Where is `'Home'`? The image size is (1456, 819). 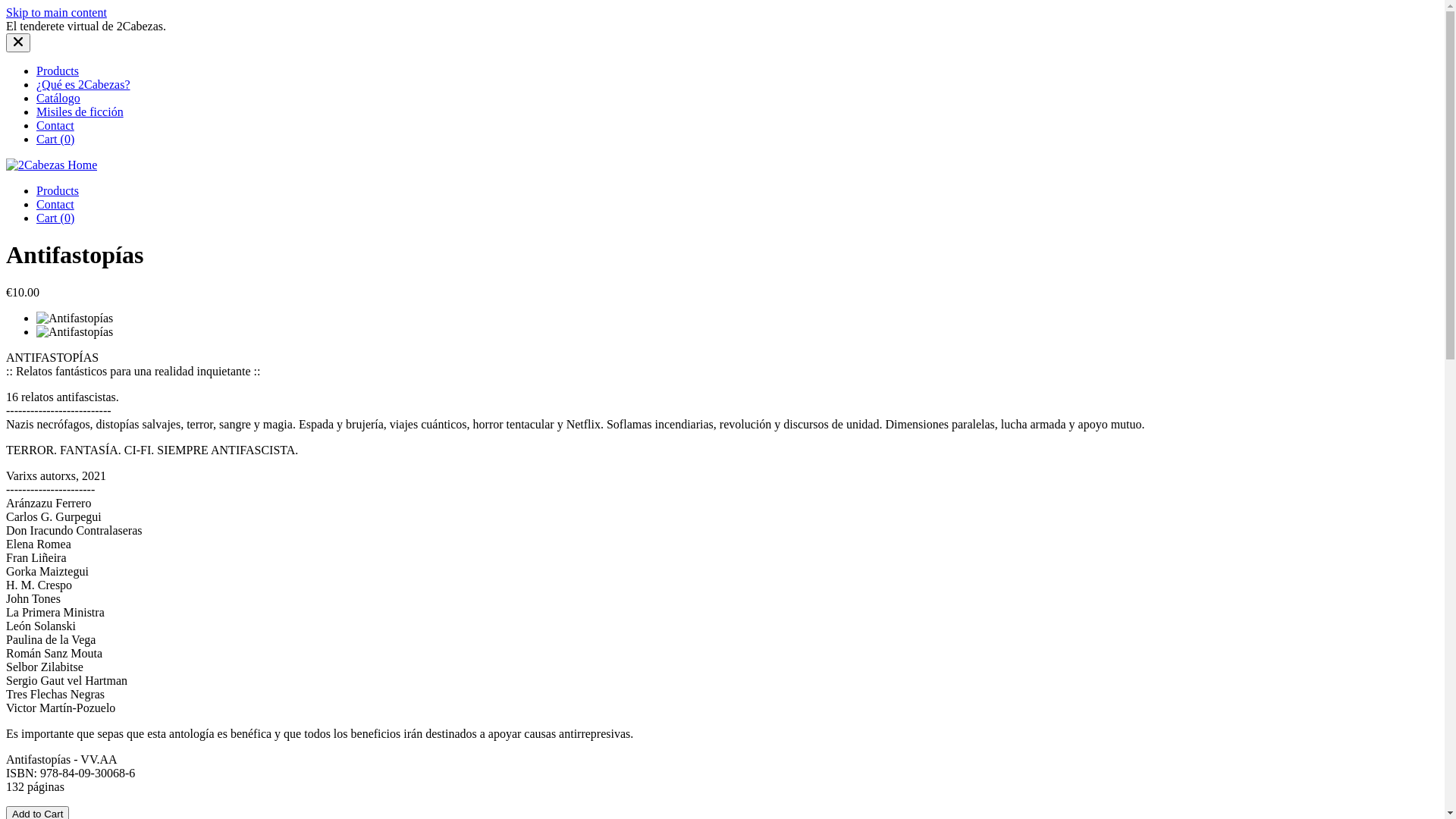
'Home' is located at coordinates (51, 165).